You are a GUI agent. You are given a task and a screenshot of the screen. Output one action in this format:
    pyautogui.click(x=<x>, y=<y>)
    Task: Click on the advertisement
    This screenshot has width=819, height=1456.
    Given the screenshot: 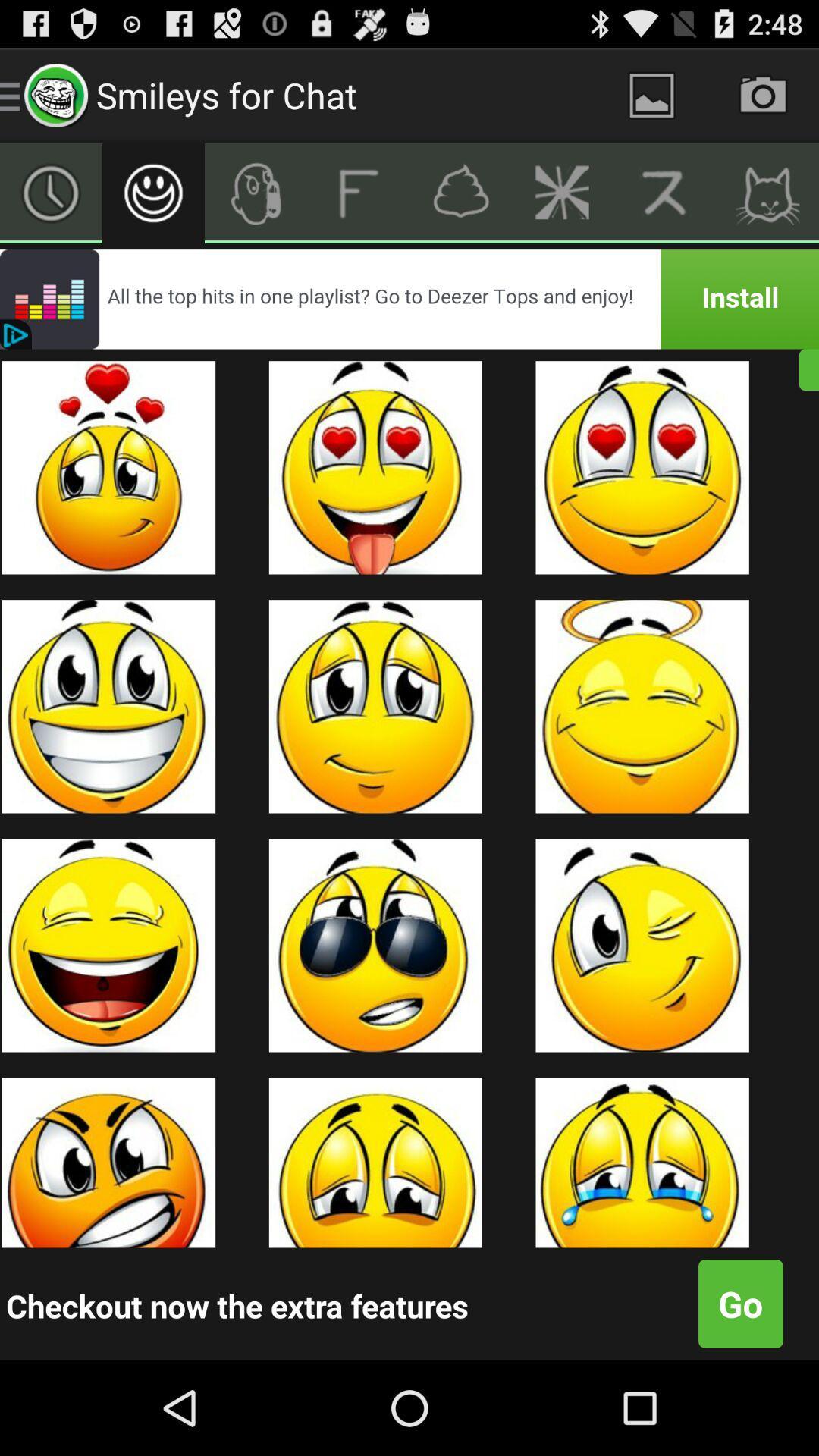 What is the action you would take?
    pyautogui.click(x=409, y=299)
    